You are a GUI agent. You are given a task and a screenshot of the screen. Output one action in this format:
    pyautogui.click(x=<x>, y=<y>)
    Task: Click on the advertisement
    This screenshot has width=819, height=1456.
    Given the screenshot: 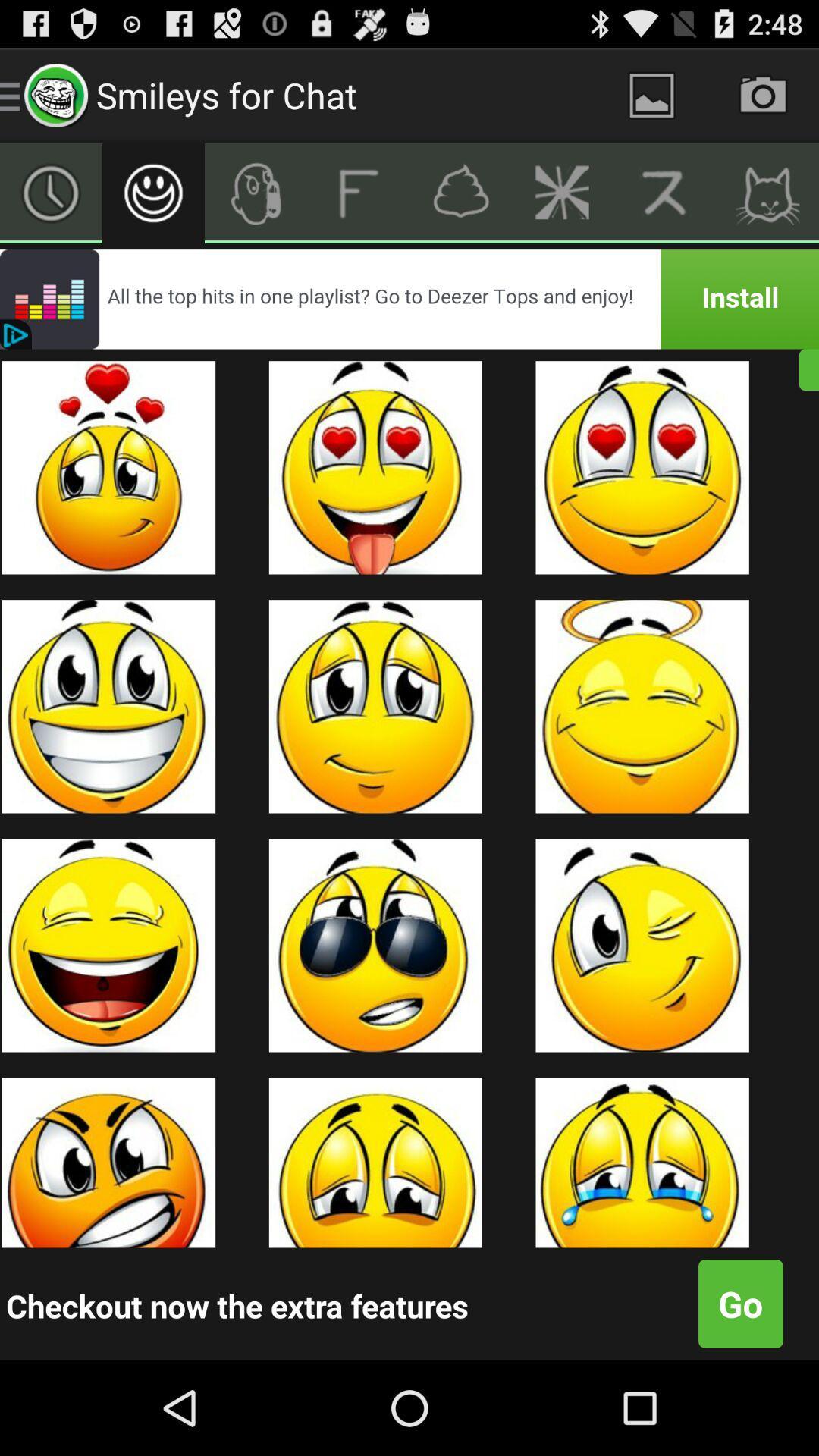 What is the action you would take?
    pyautogui.click(x=409, y=299)
    